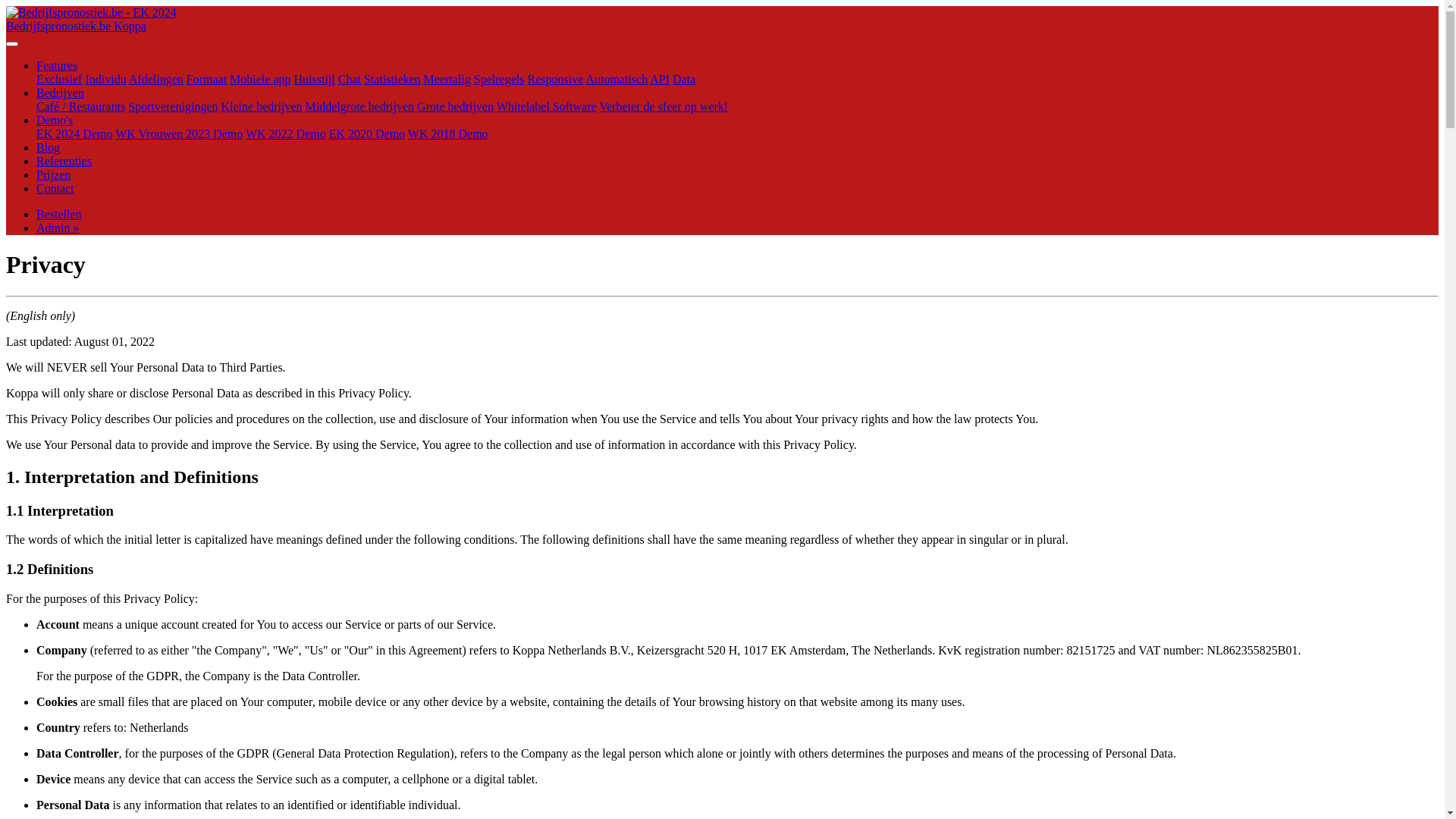  Describe the element at coordinates (659, 79) in the screenshot. I see `'API'` at that location.